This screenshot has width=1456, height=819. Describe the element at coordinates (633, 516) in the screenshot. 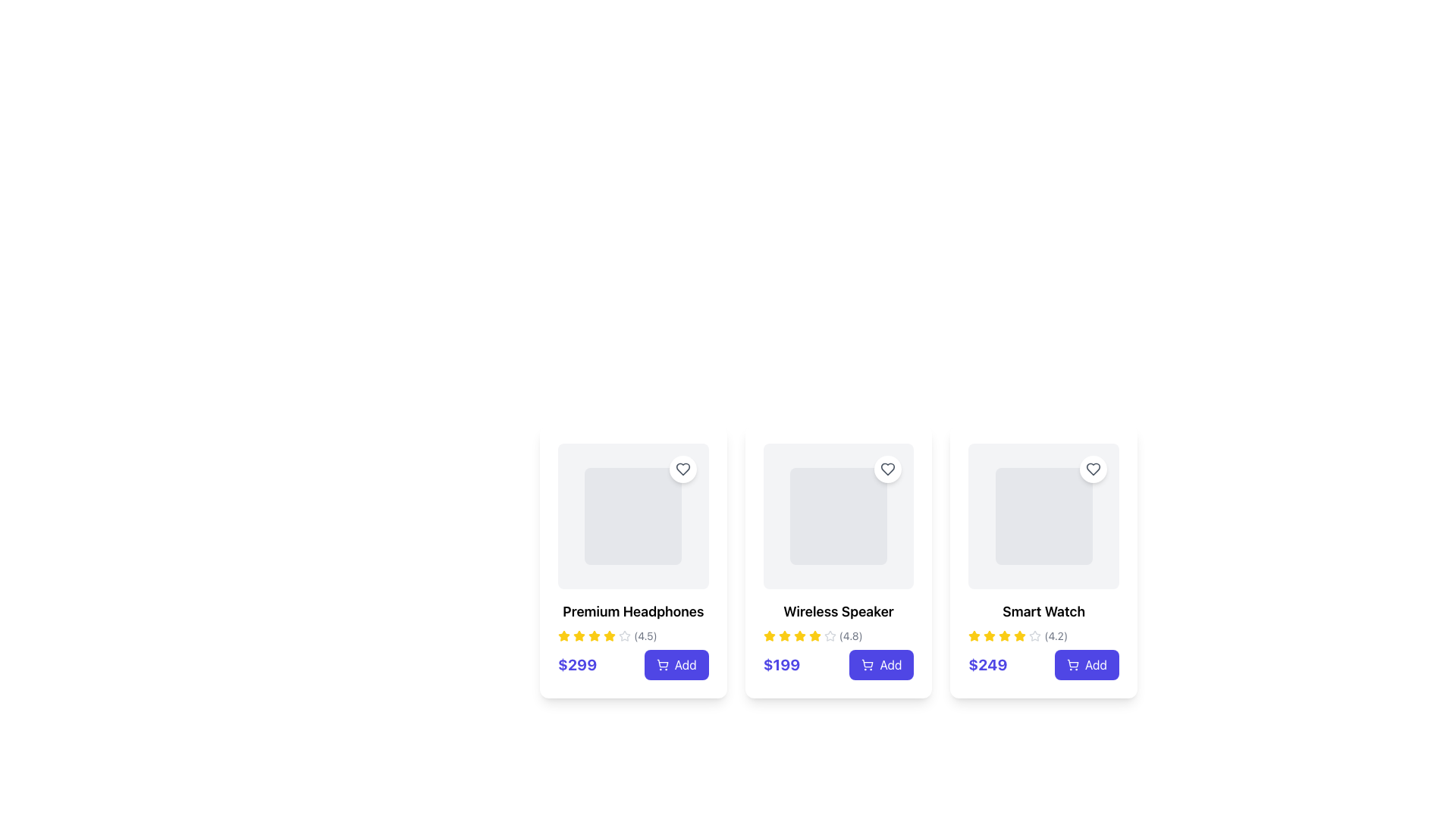

I see `the image placeholder for the 'Premium Headphones' product` at that location.